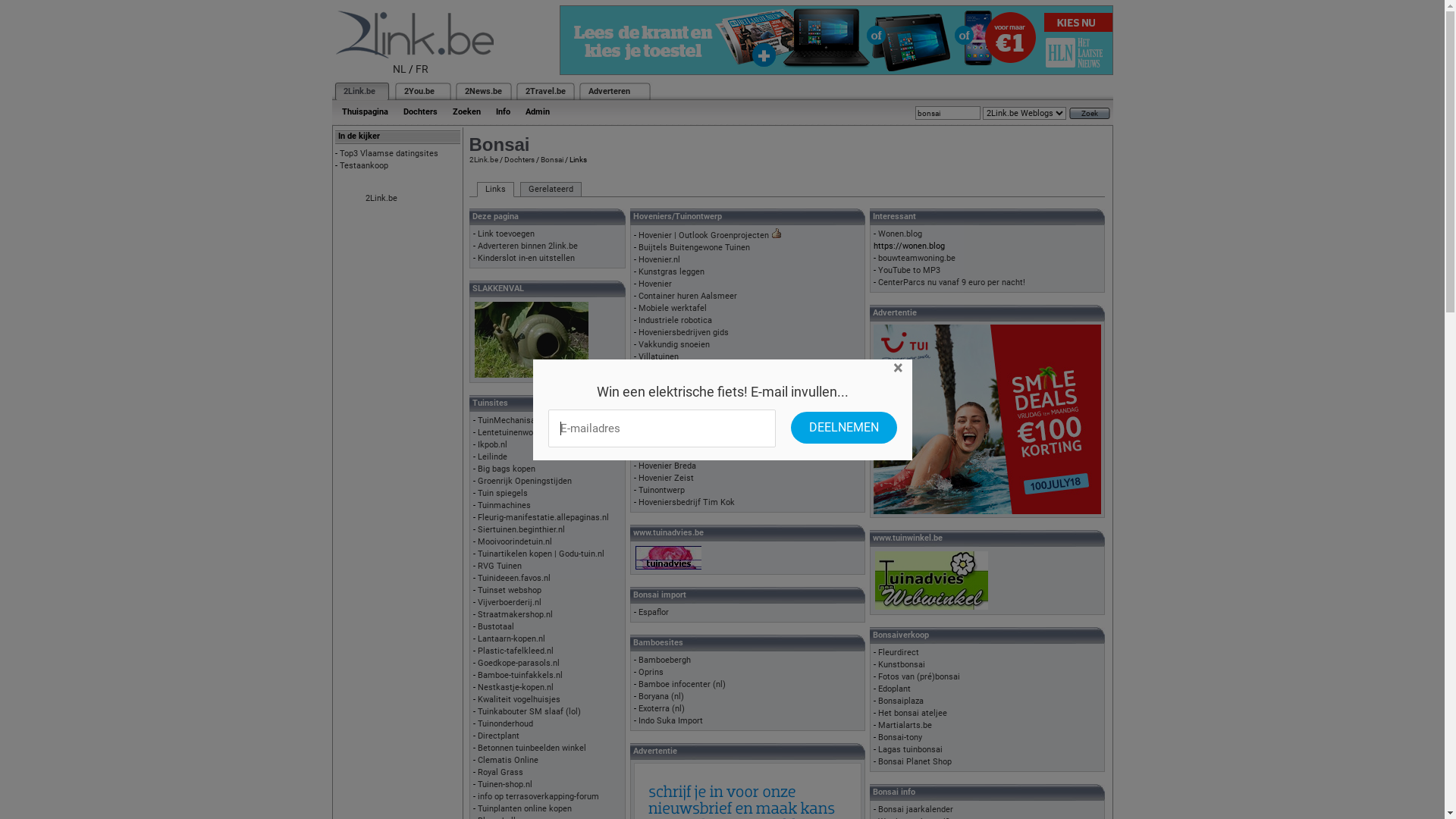 The width and height of the screenshot is (1456, 819). I want to click on 'NL', so click(393, 69).